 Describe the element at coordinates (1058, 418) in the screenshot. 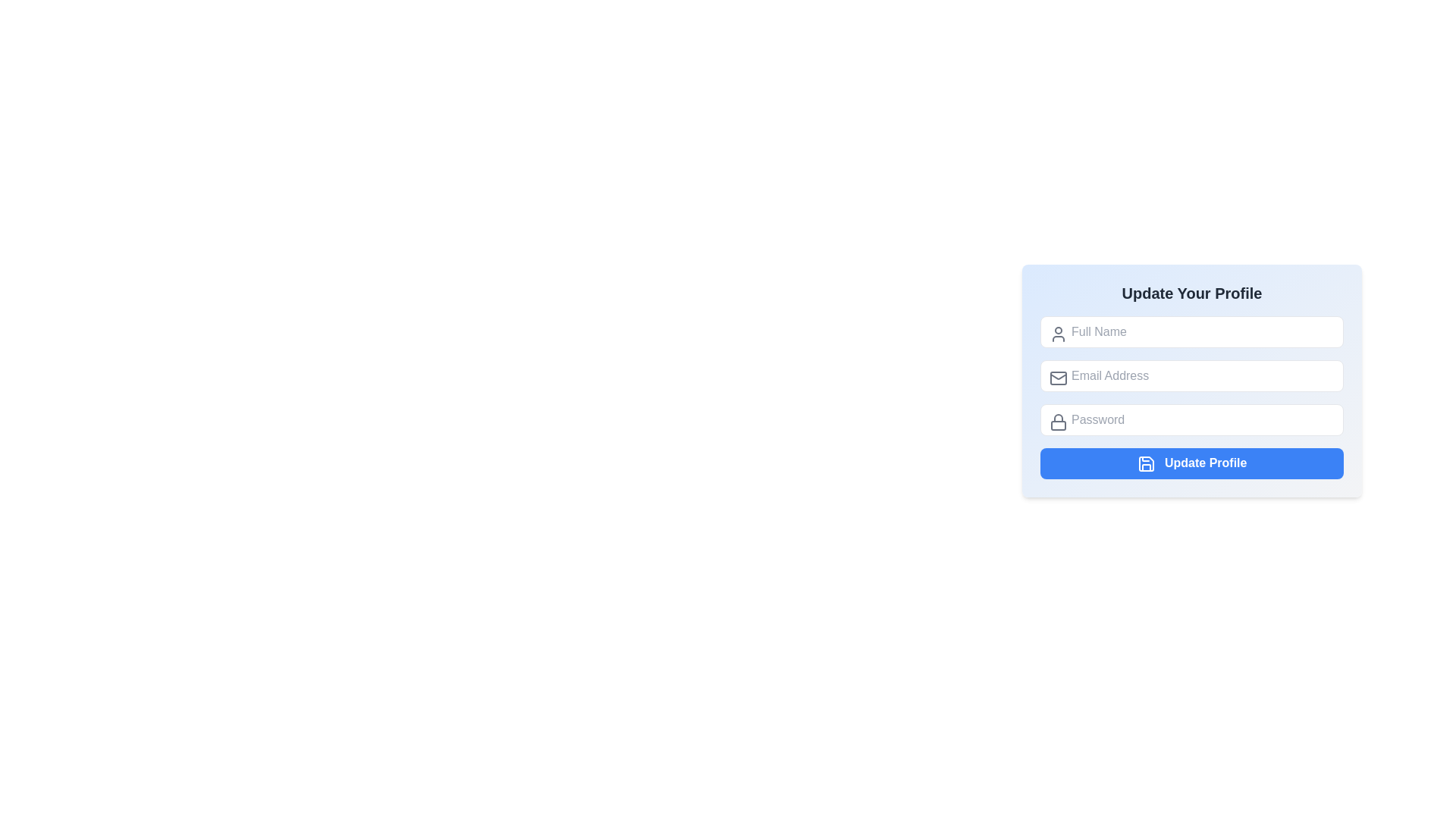

I see `the curved top part of the lock icon graphic, which is part of an SVG vector graphic located adjacent to the password input field` at that location.